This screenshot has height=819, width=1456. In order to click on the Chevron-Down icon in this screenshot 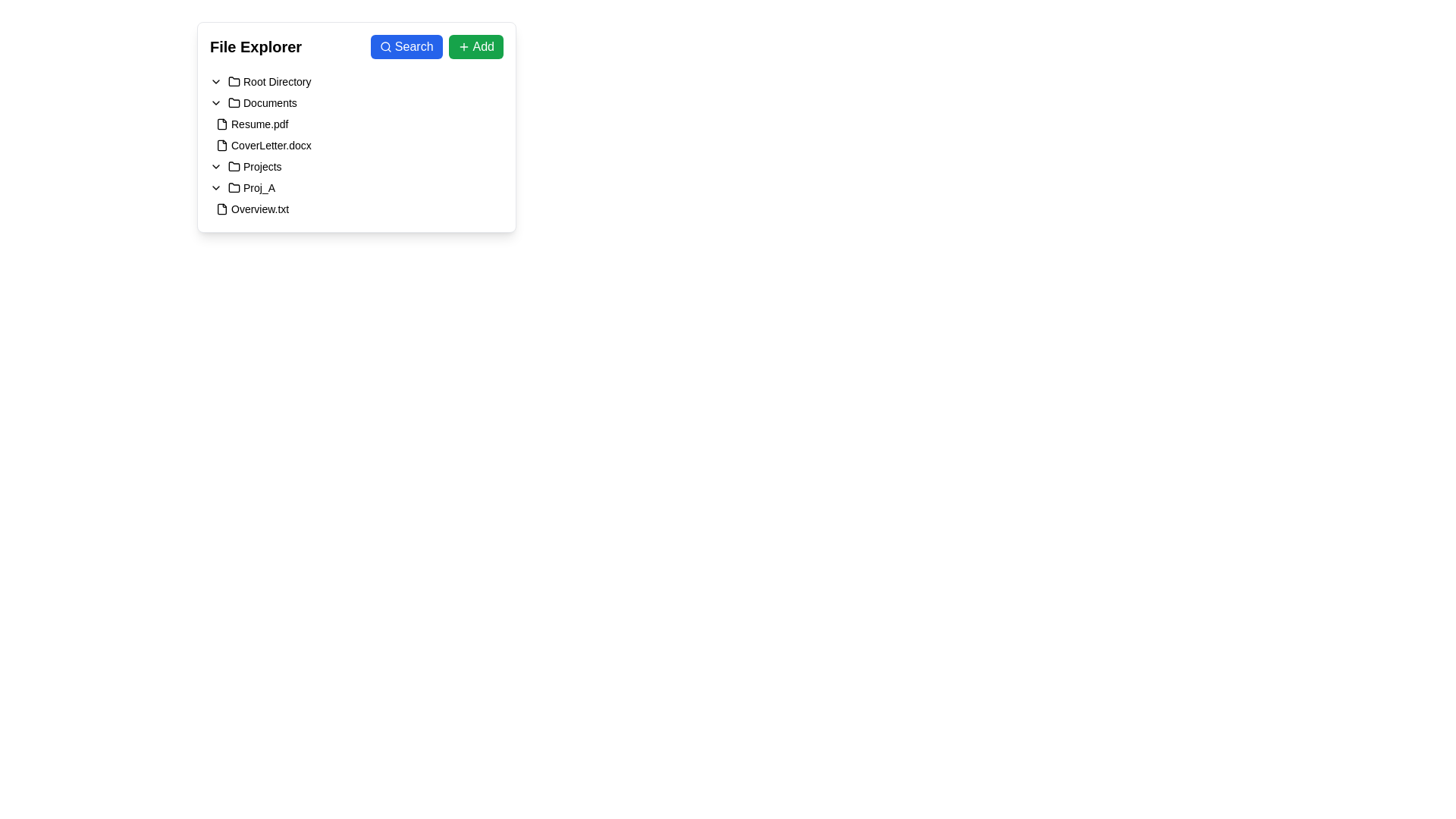, I will do `click(215, 102)`.